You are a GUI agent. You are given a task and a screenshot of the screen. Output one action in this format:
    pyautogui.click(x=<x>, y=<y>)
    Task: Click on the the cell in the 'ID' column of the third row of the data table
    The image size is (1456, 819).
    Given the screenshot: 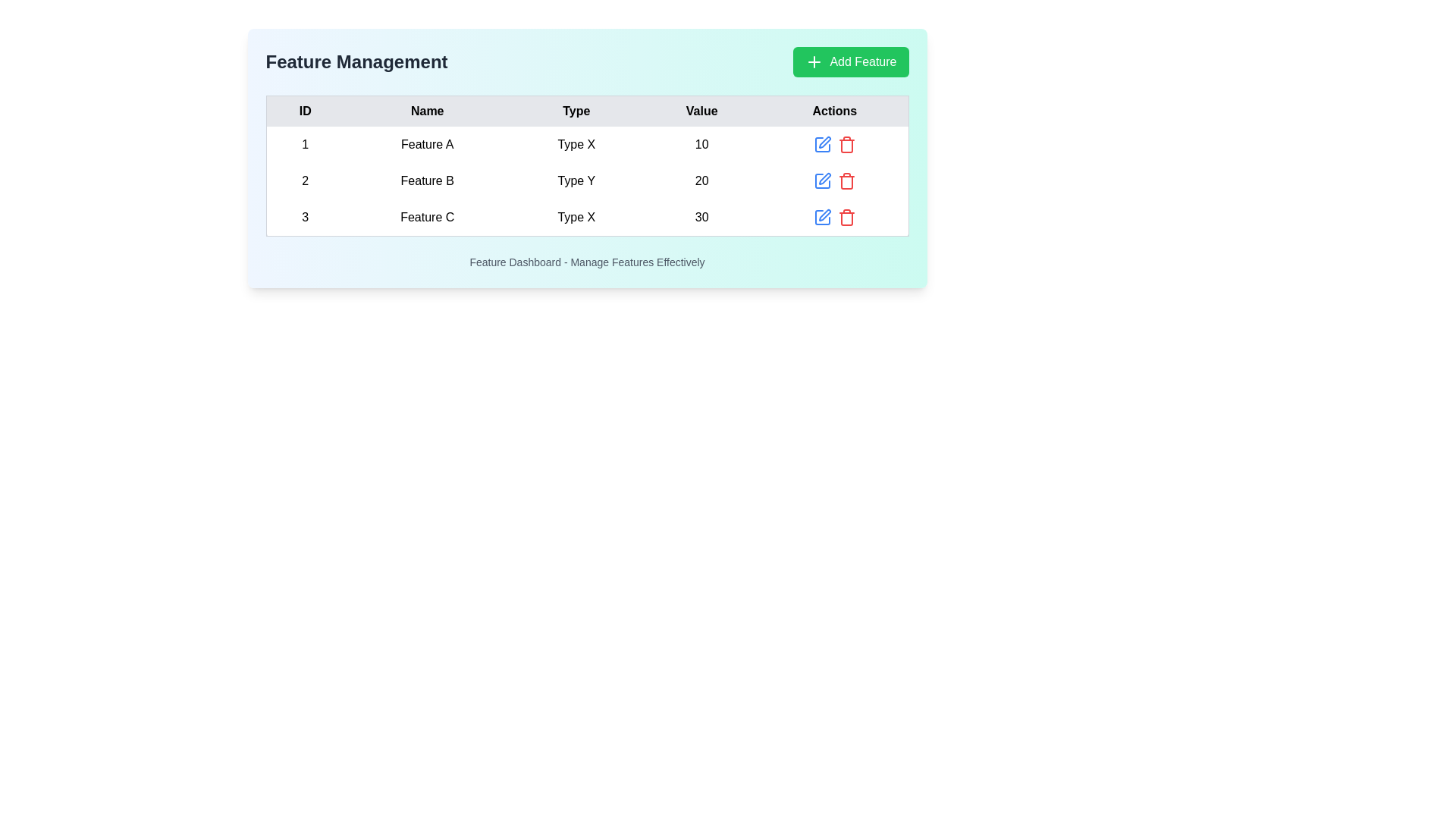 What is the action you would take?
    pyautogui.click(x=304, y=218)
    